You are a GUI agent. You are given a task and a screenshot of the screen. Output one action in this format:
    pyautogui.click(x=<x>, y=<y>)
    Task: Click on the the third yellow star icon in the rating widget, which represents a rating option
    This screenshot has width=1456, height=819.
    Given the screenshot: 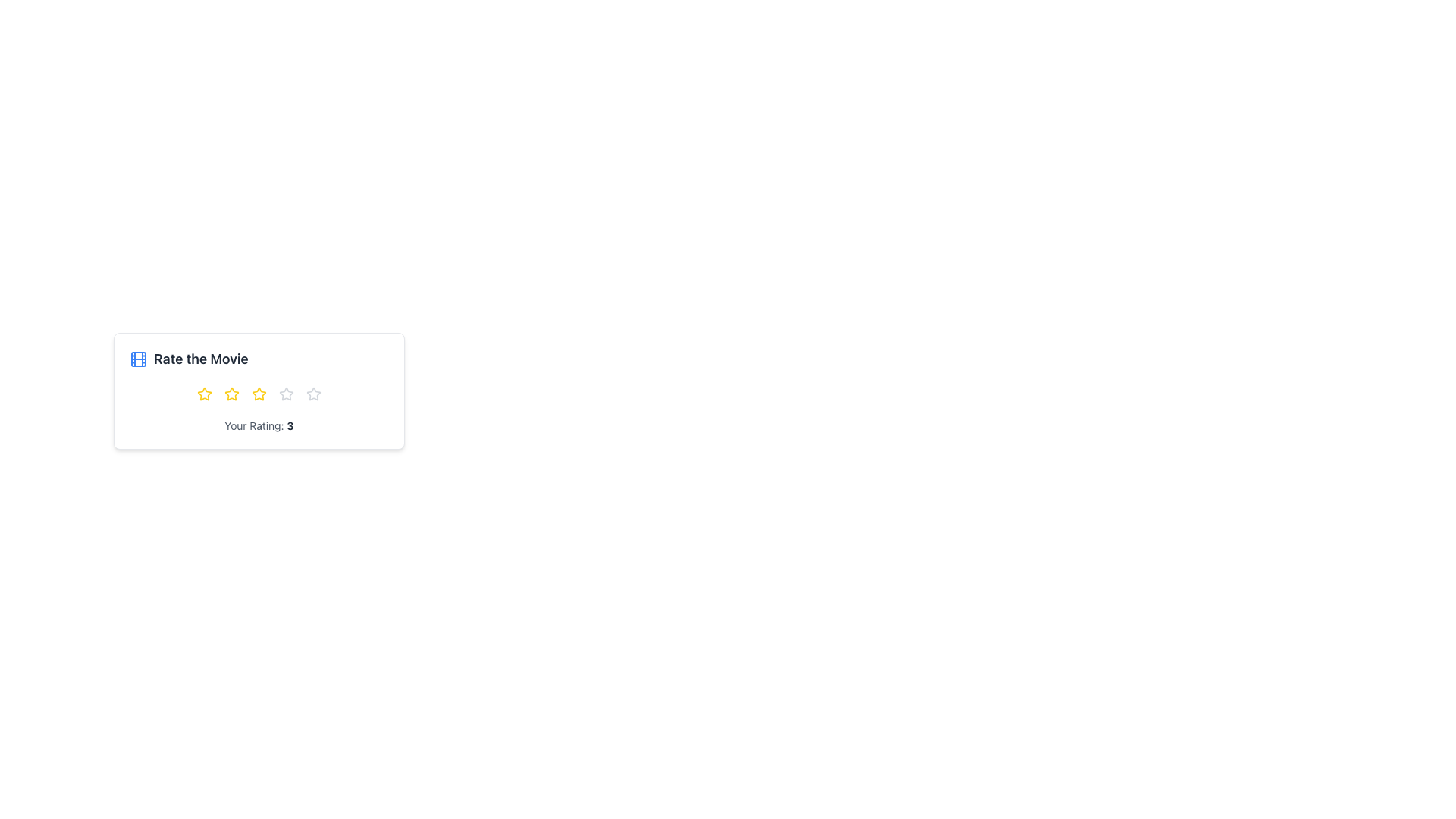 What is the action you would take?
    pyautogui.click(x=259, y=394)
    